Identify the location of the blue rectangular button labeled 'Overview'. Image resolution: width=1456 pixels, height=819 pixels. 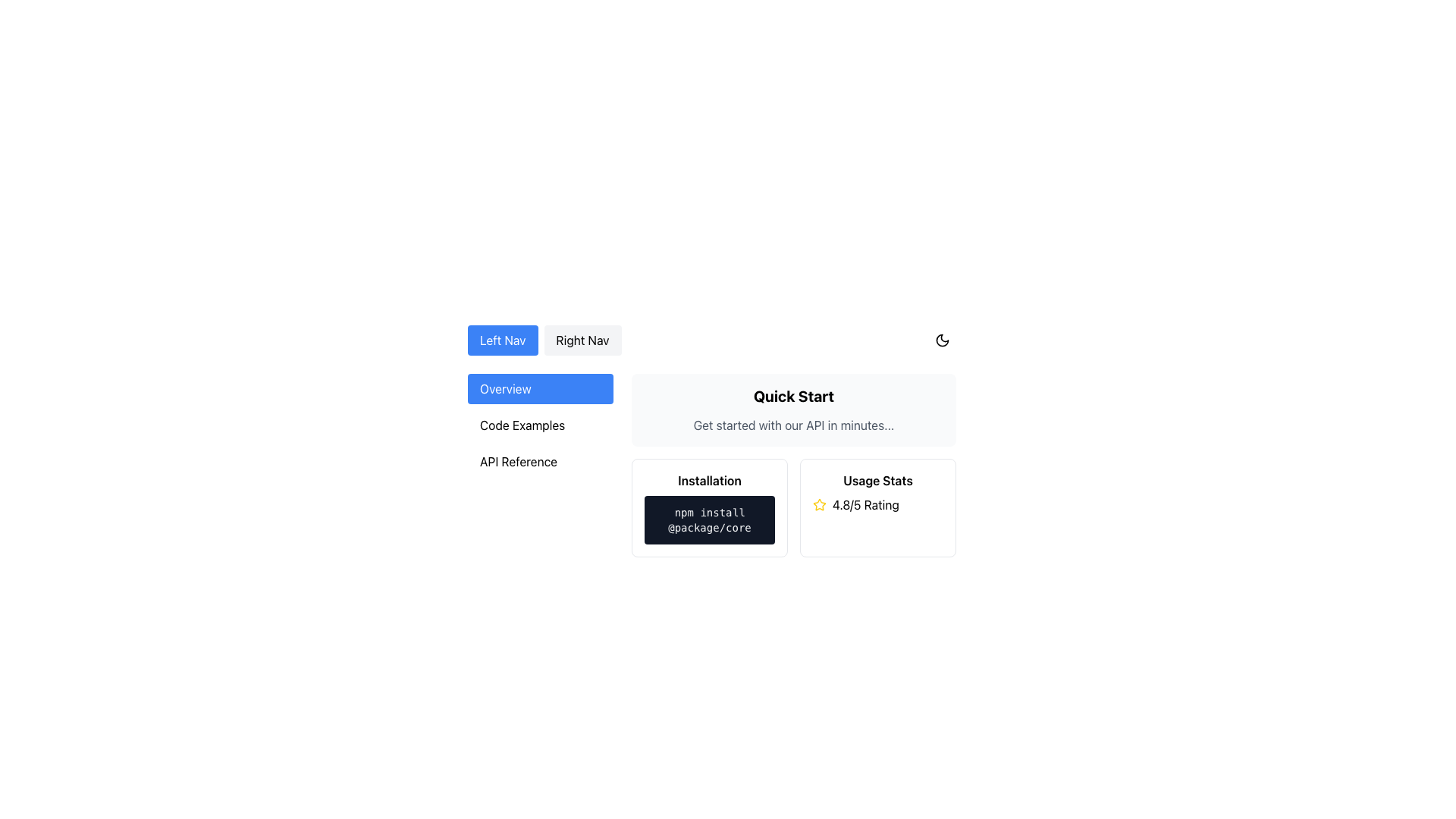
(541, 388).